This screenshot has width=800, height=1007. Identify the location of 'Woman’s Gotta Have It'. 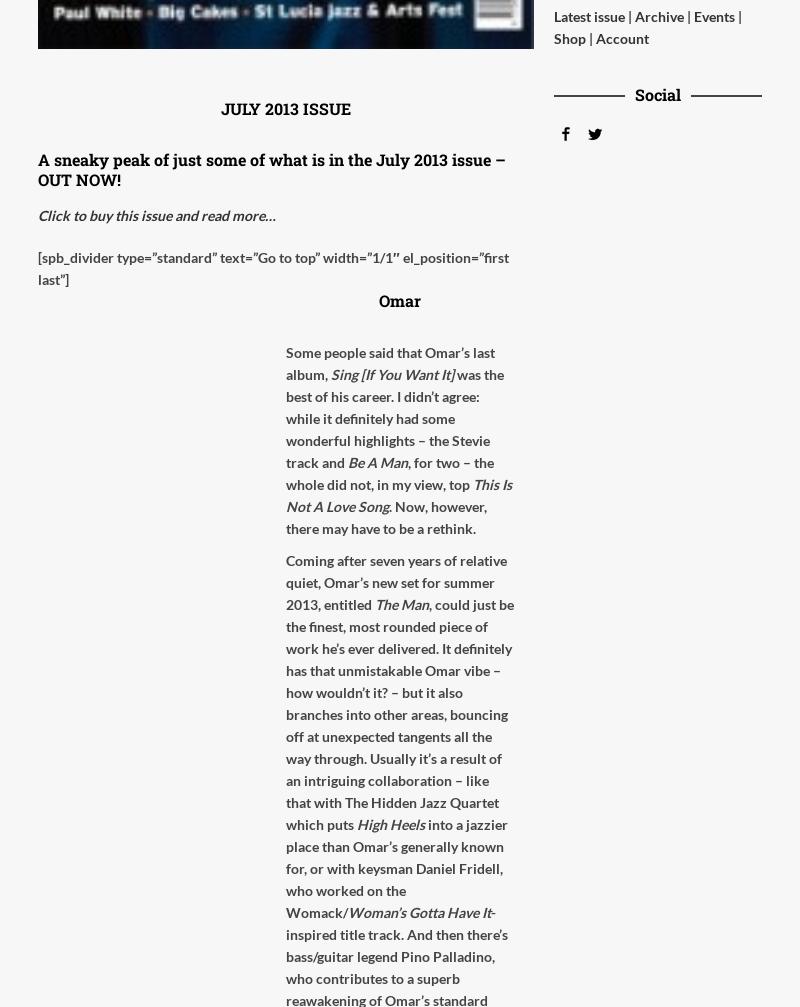
(419, 911).